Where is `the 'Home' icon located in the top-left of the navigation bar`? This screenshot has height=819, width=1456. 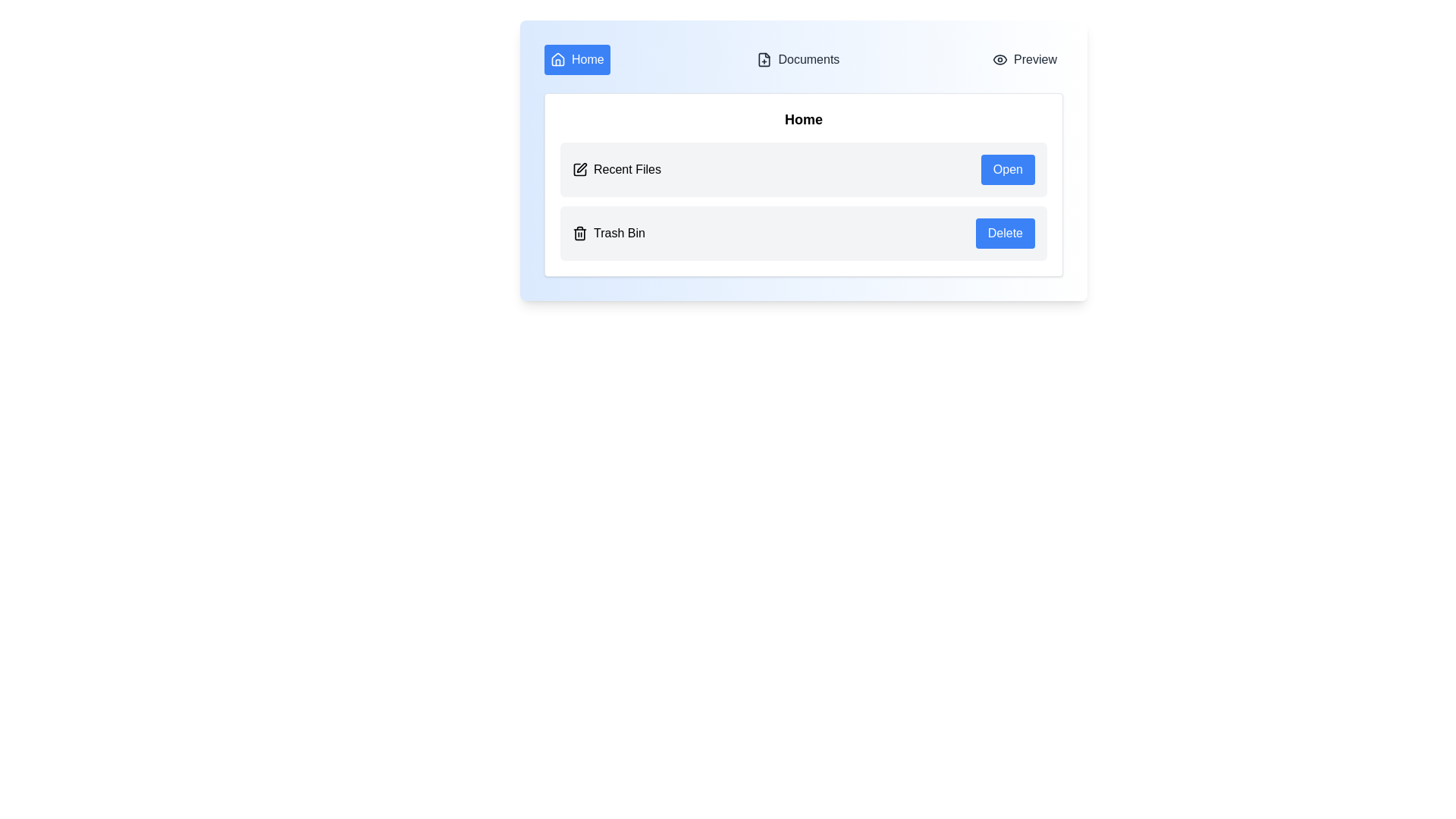
the 'Home' icon located in the top-left of the navigation bar is located at coordinates (557, 58).